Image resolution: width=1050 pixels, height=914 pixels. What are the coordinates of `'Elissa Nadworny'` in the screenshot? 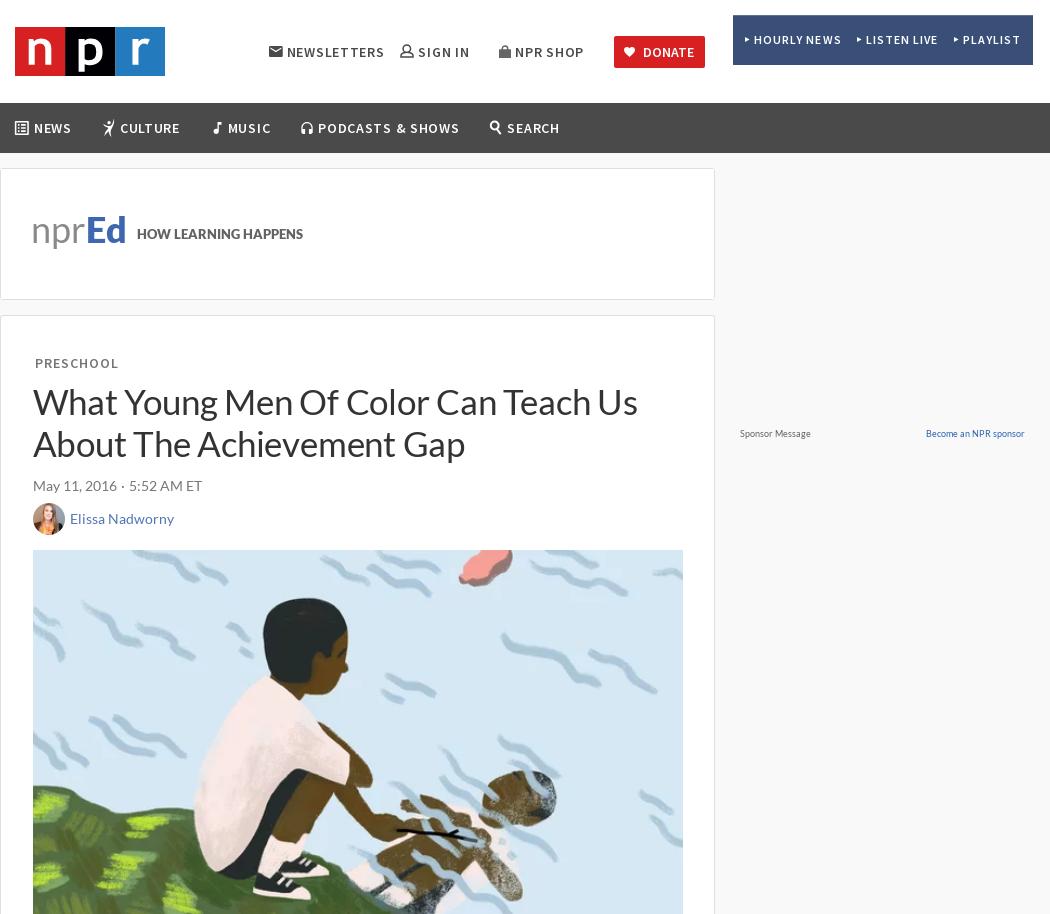 It's located at (119, 517).